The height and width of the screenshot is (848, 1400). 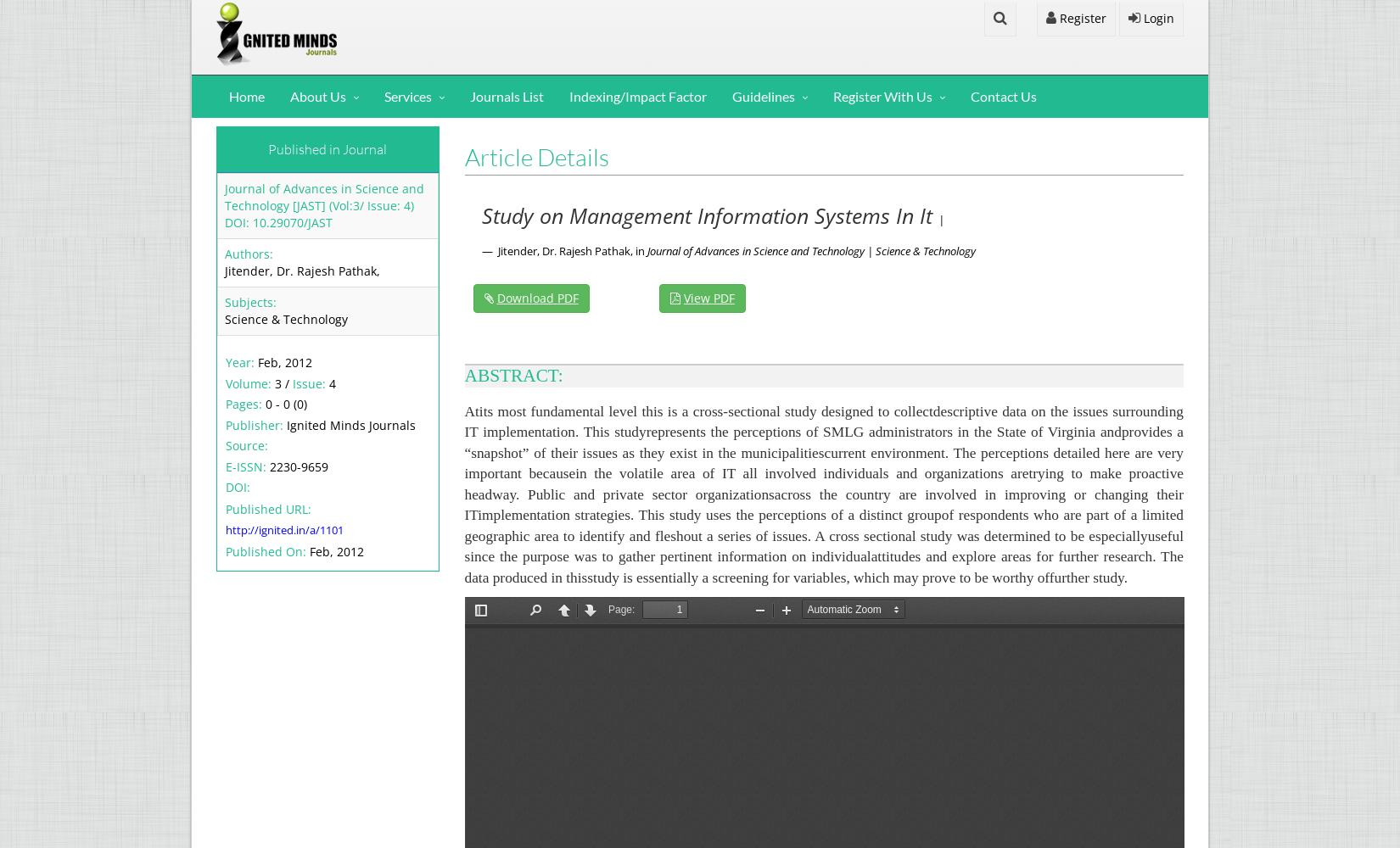 What do you see at coordinates (324, 196) in the screenshot?
I see `'Journal of Advances in Science and Technology [JAST] (Vol:3/ Issue: 4)'` at bounding box center [324, 196].